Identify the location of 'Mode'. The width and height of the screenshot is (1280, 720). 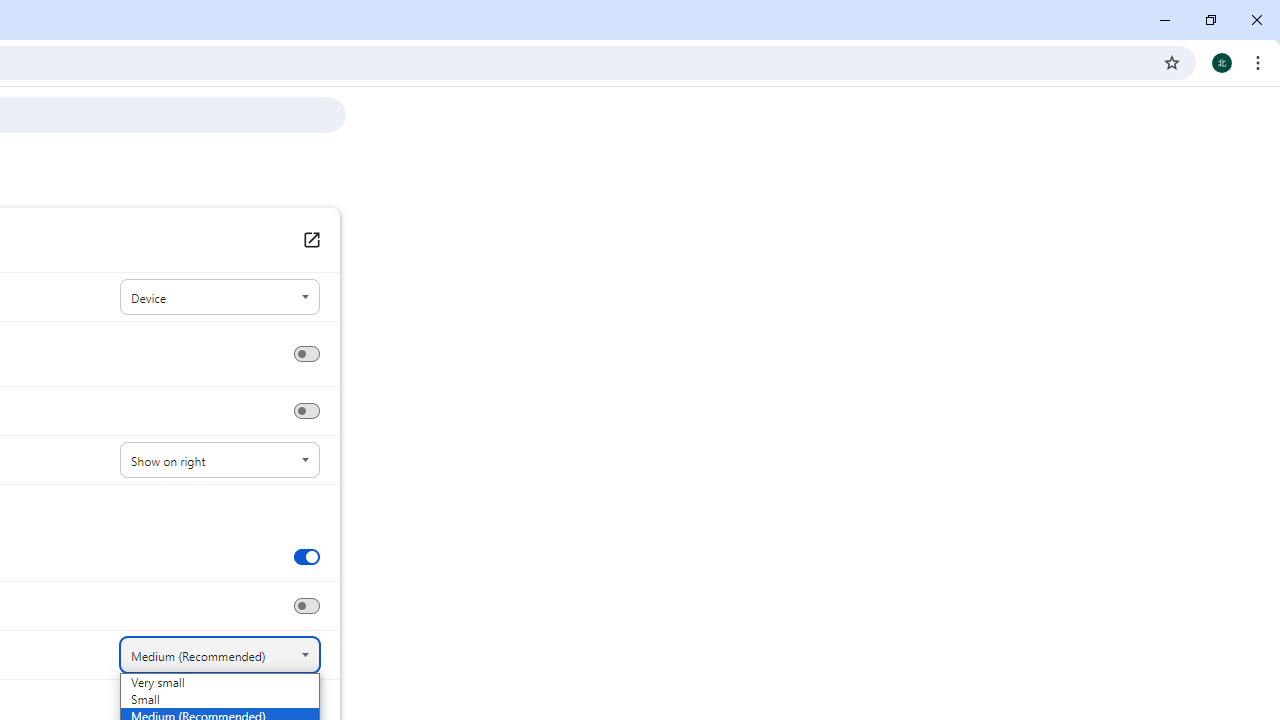
(219, 297).